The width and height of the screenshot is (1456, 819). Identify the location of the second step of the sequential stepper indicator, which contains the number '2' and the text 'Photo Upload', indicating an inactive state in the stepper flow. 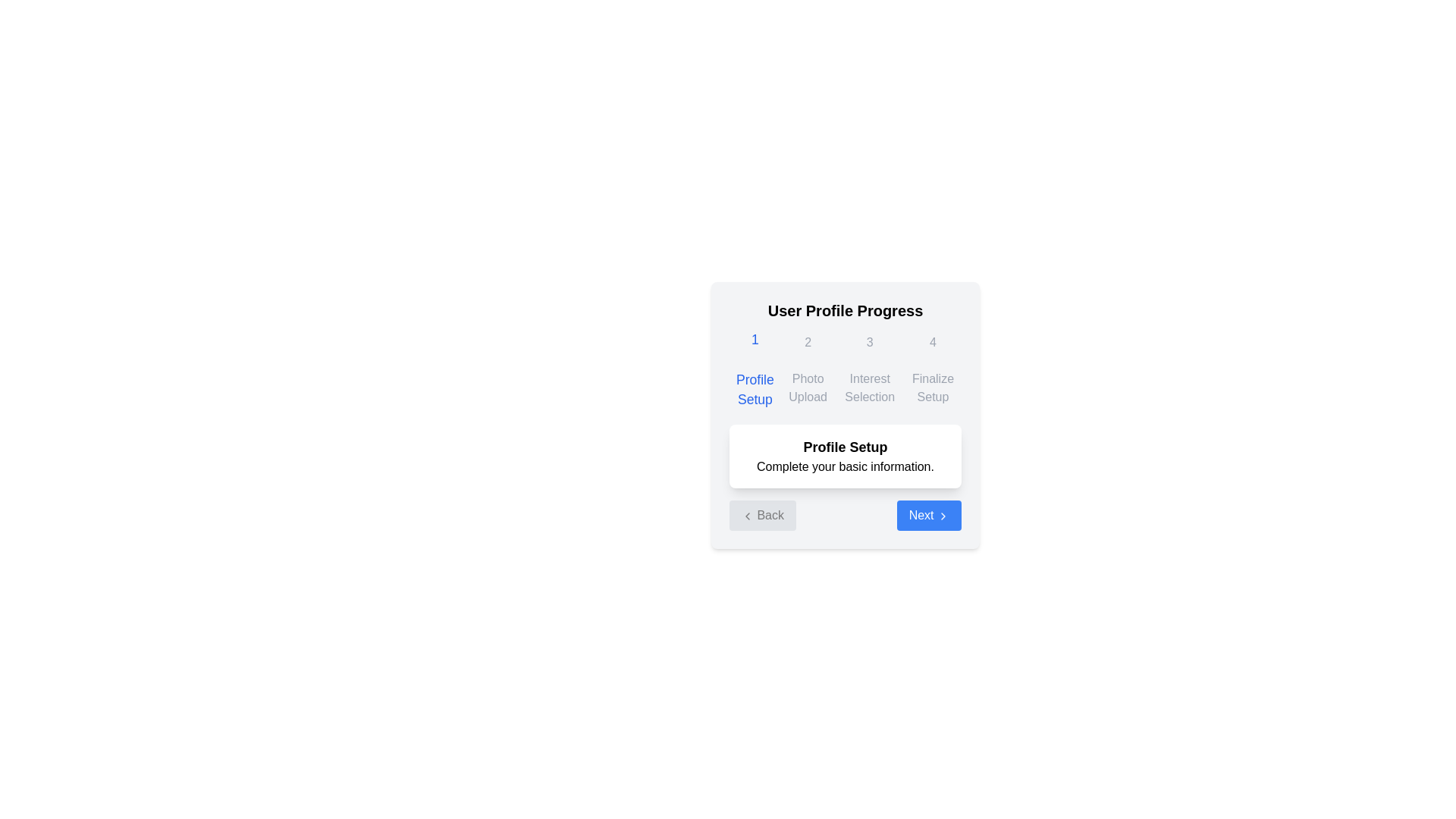
(807, 370).